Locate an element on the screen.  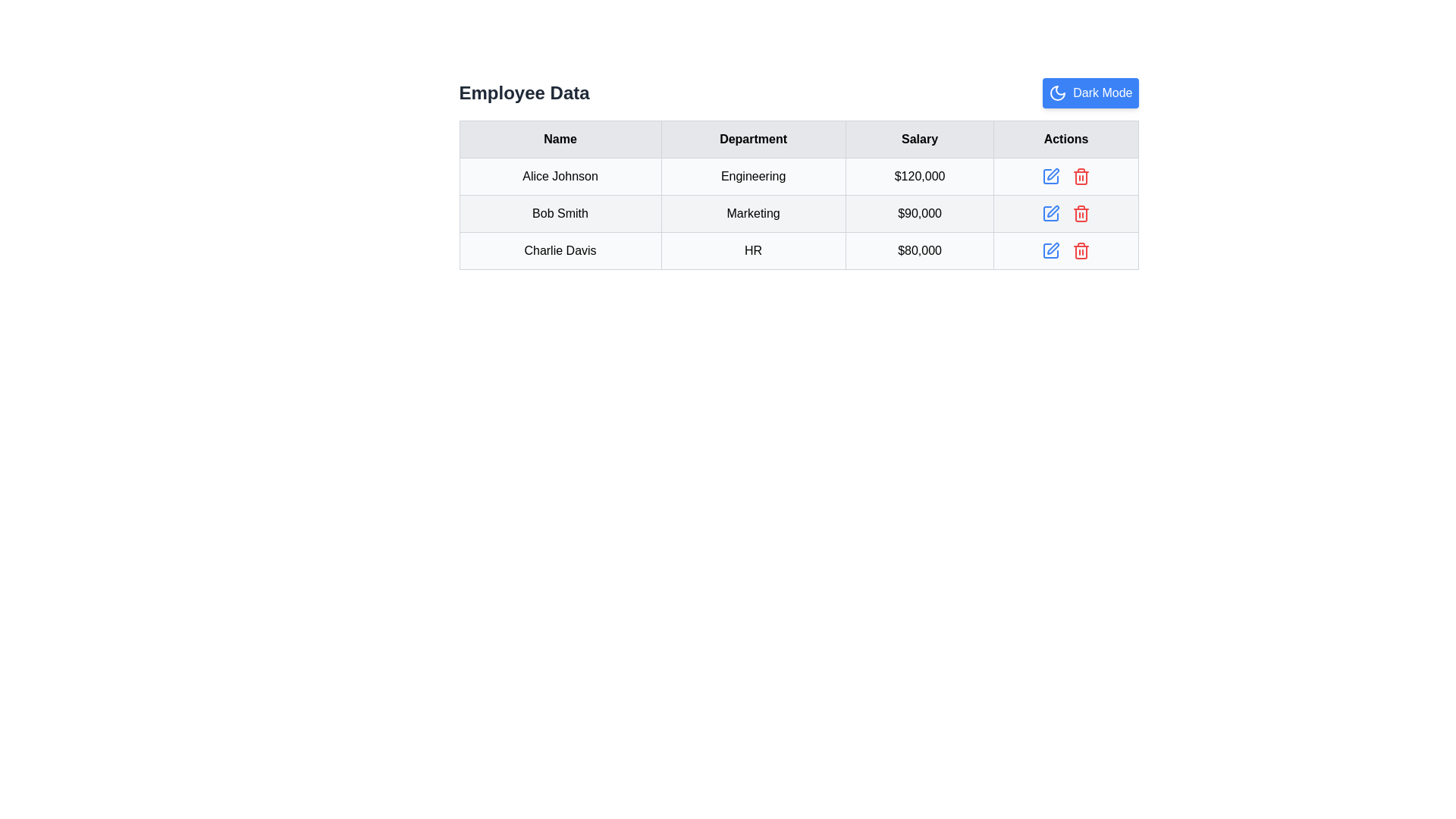
the edit icon in the actionable area of the last column of the last row in the table to initiate editing is located at coordinates (1065, 250).